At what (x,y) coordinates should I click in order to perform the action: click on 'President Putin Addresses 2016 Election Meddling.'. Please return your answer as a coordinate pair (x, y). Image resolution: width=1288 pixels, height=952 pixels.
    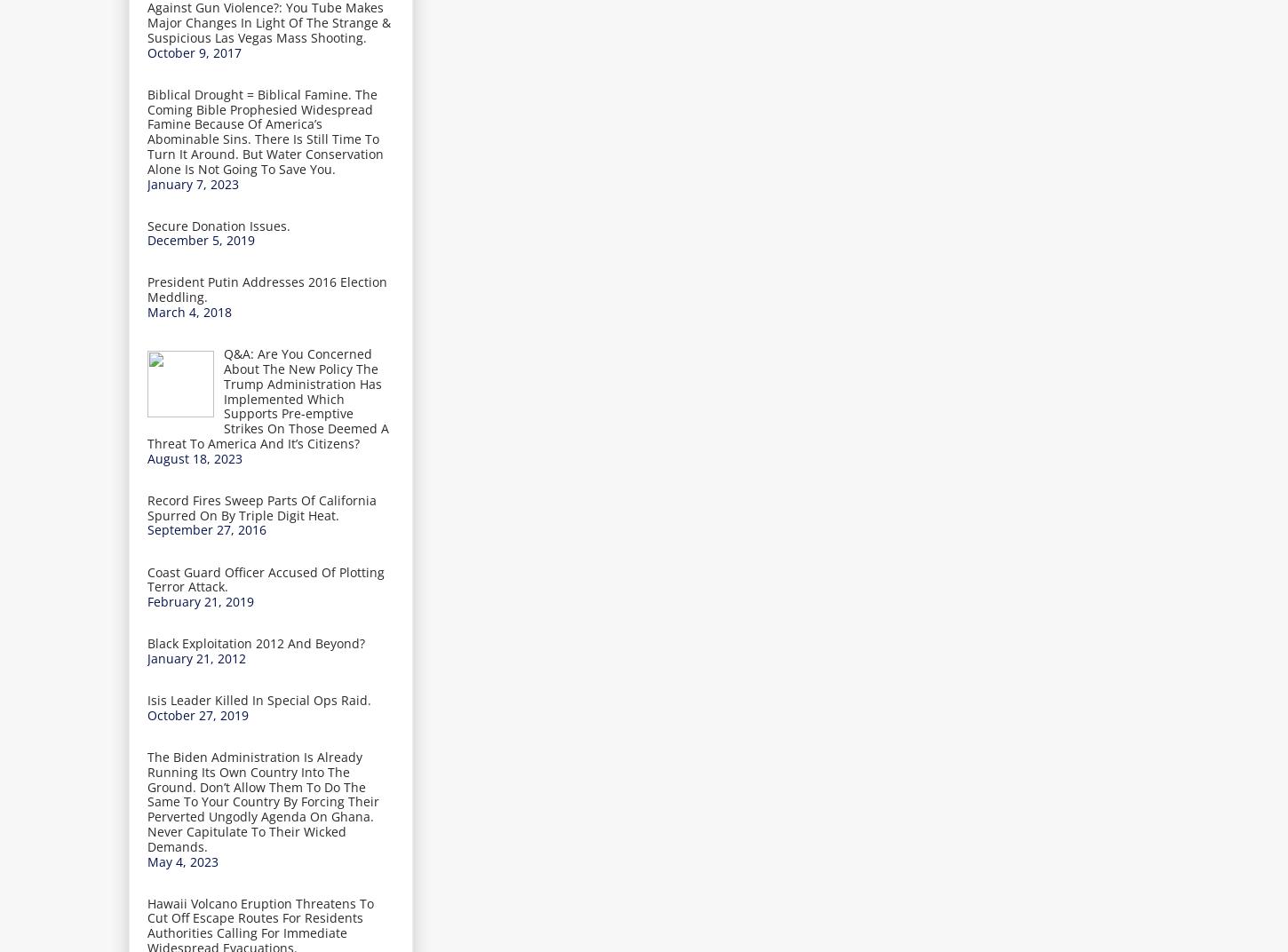
    Looking at the image, I should click on (267, 288).